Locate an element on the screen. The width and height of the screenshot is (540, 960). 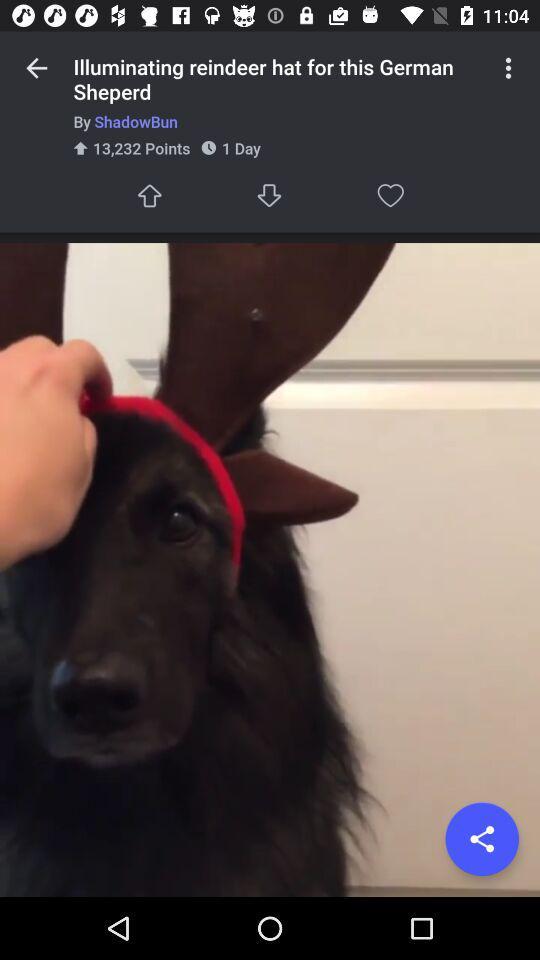
the arrow_backward icon is located at coordinates (36, 68).